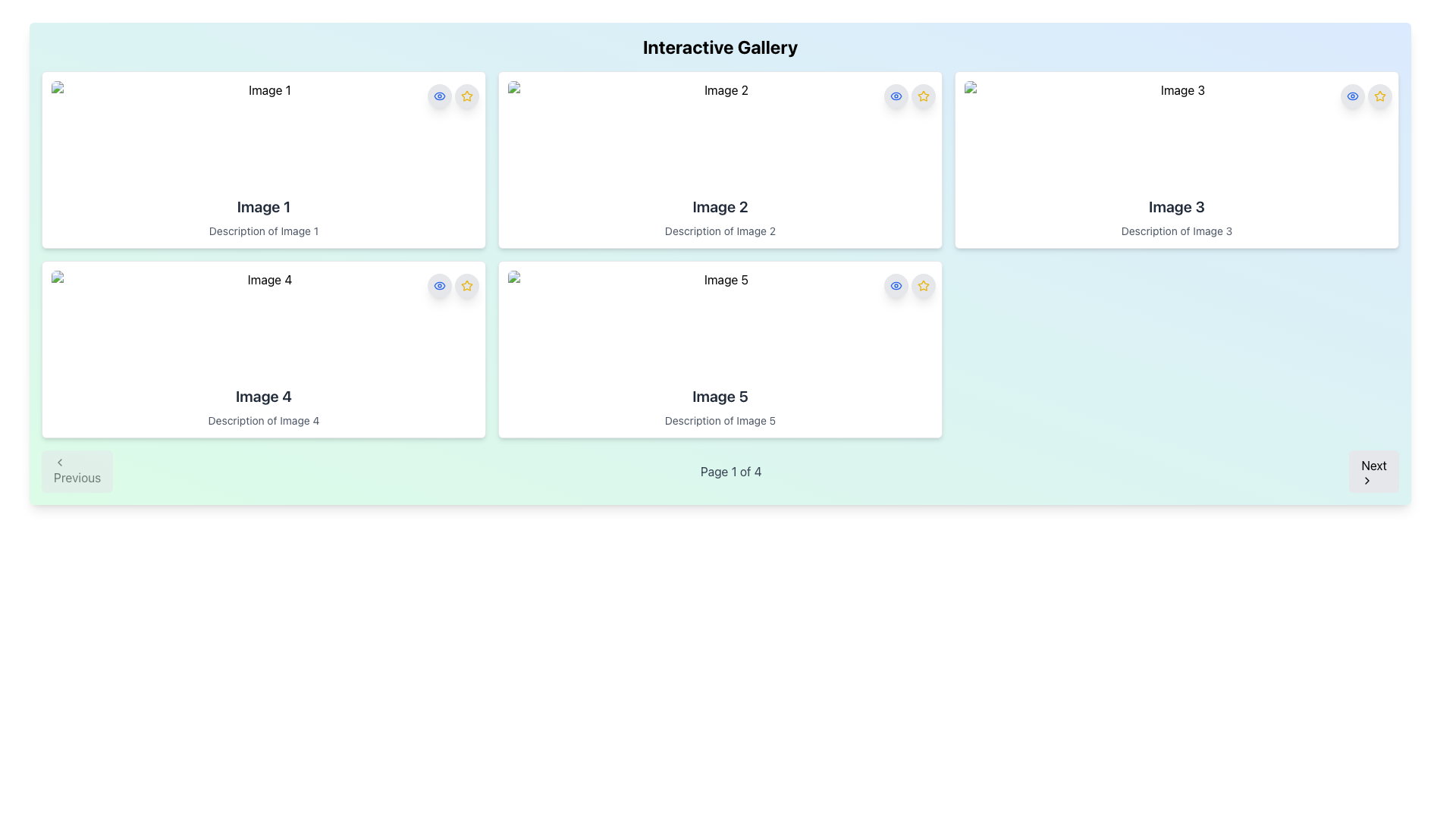 Image resolution: width=1456 pixels, height=819 pixels. What do you see at coordinates (263, 207) in the screenshot?
I see `text content of the 'Image 1' label, which is a bold text label located in the top left quadrant of the interface` at bounding box center [263, 207].